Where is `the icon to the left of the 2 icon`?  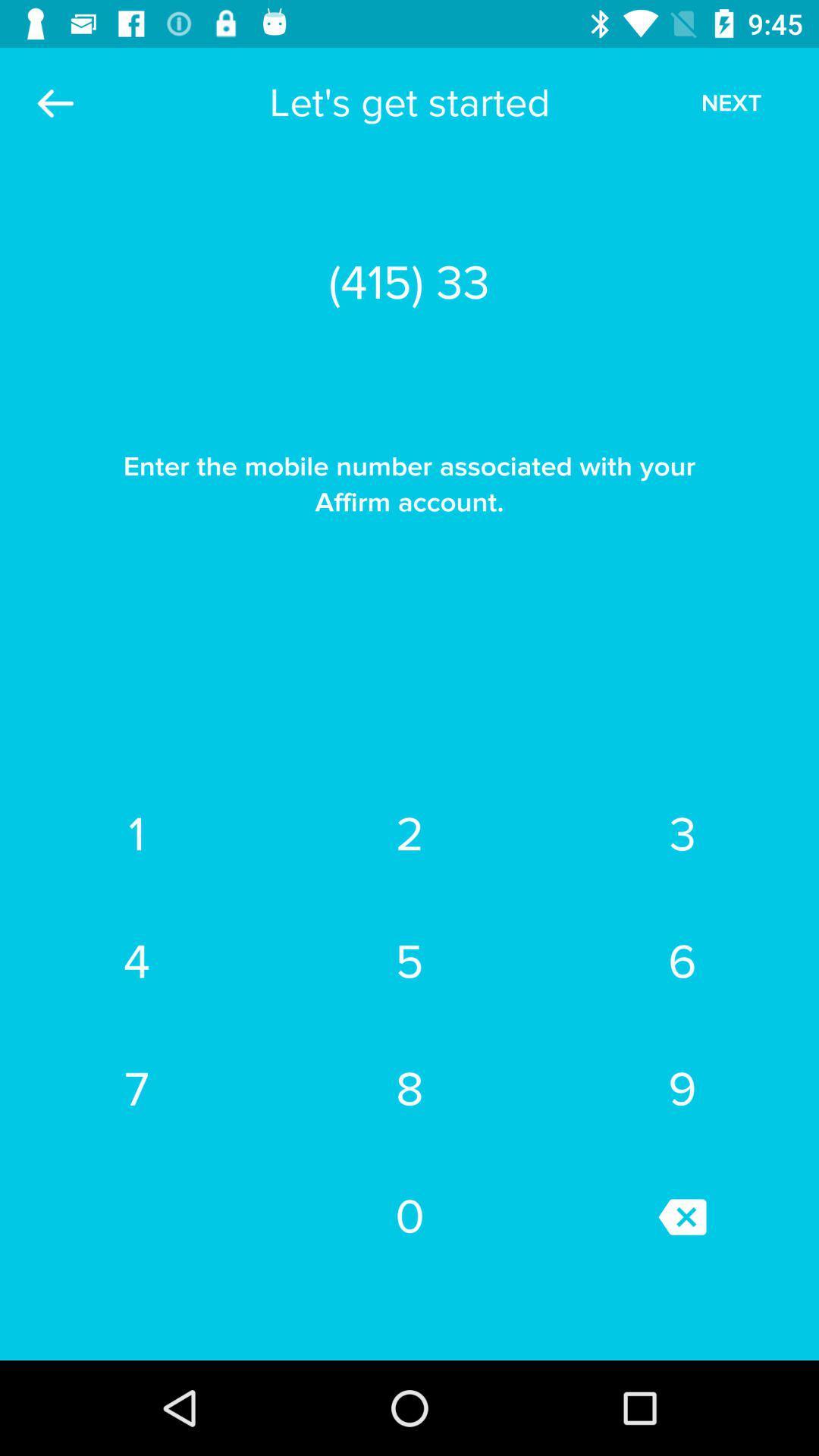
the icon to the left of the 2 icon is located at coordinates (136, 961).